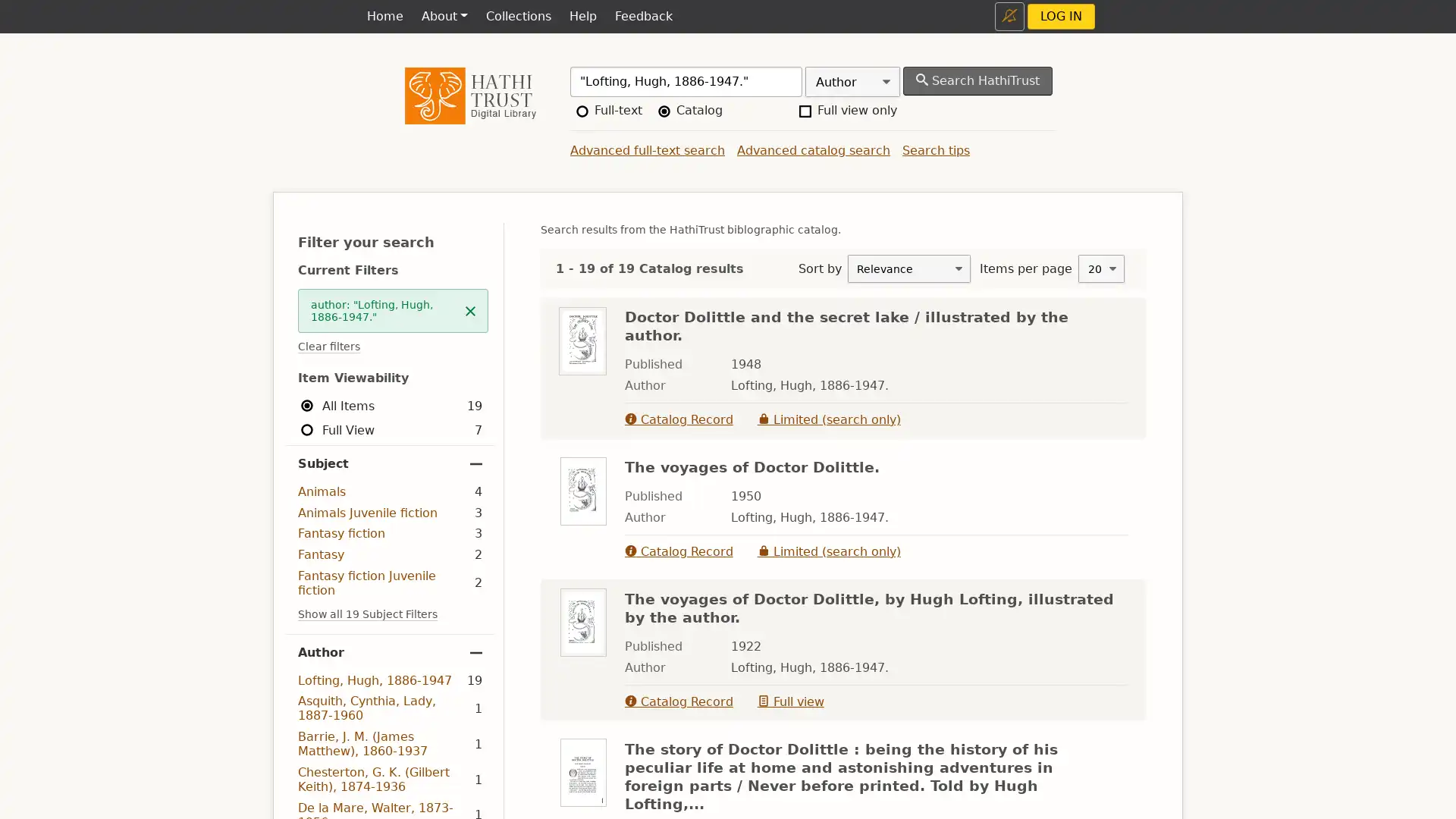 The image size is (1456, 819). I want to click on Barrie, J. M. (James Matthew), 1860-1937 - 1, so click(390, 742).